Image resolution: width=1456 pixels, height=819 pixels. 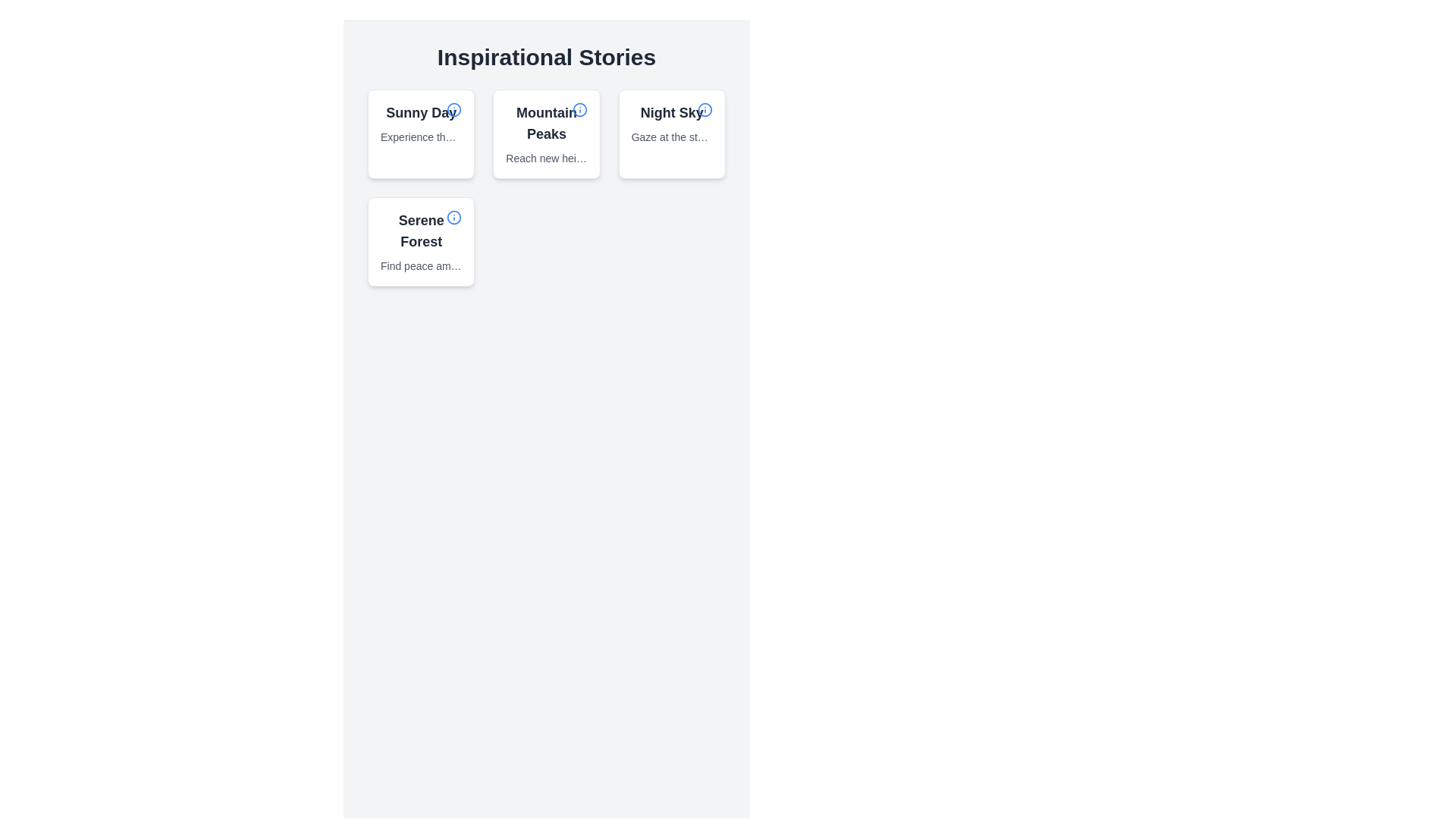 What do you see at coordinates (704, 109) in the screenshot?
I see `the outer circular boundary of the 'info' icon in the 'Night Sky' card located at the top-right corner among the group of cards under 'Inspirational Stories'` at bounding box center [704, 109].